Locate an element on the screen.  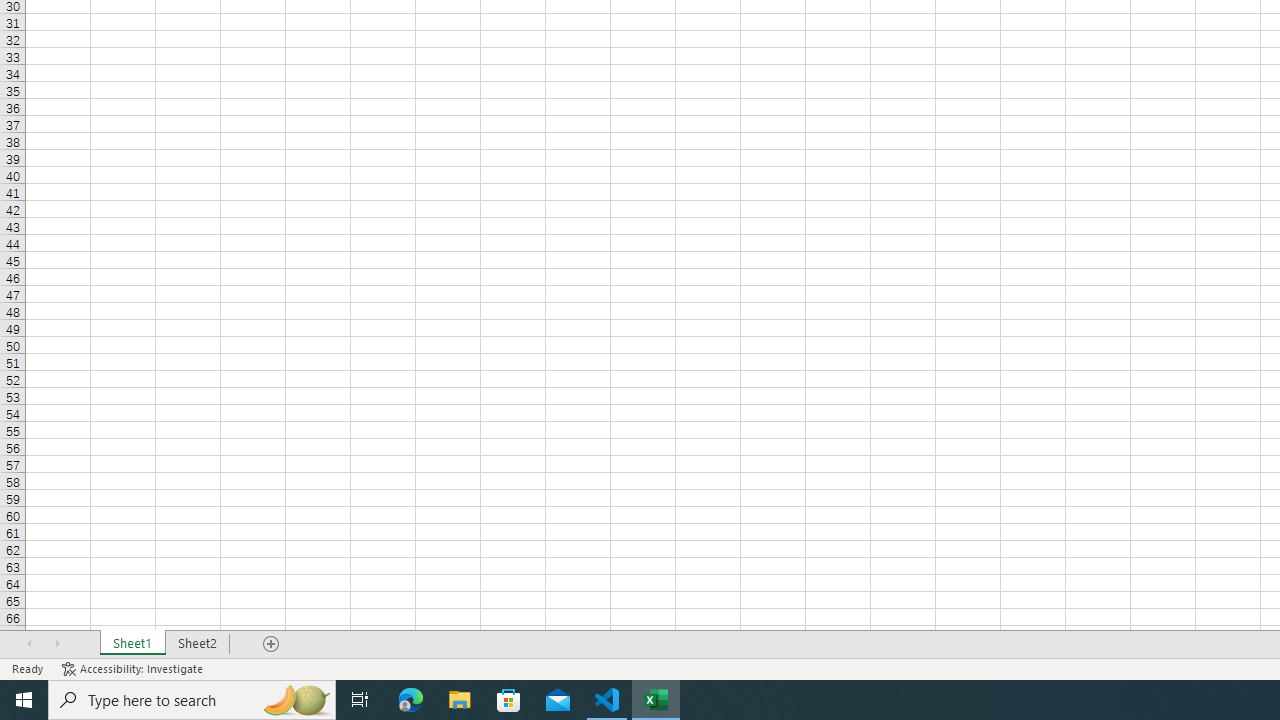
'Scroll Left' is located at coordinates (29, 644).